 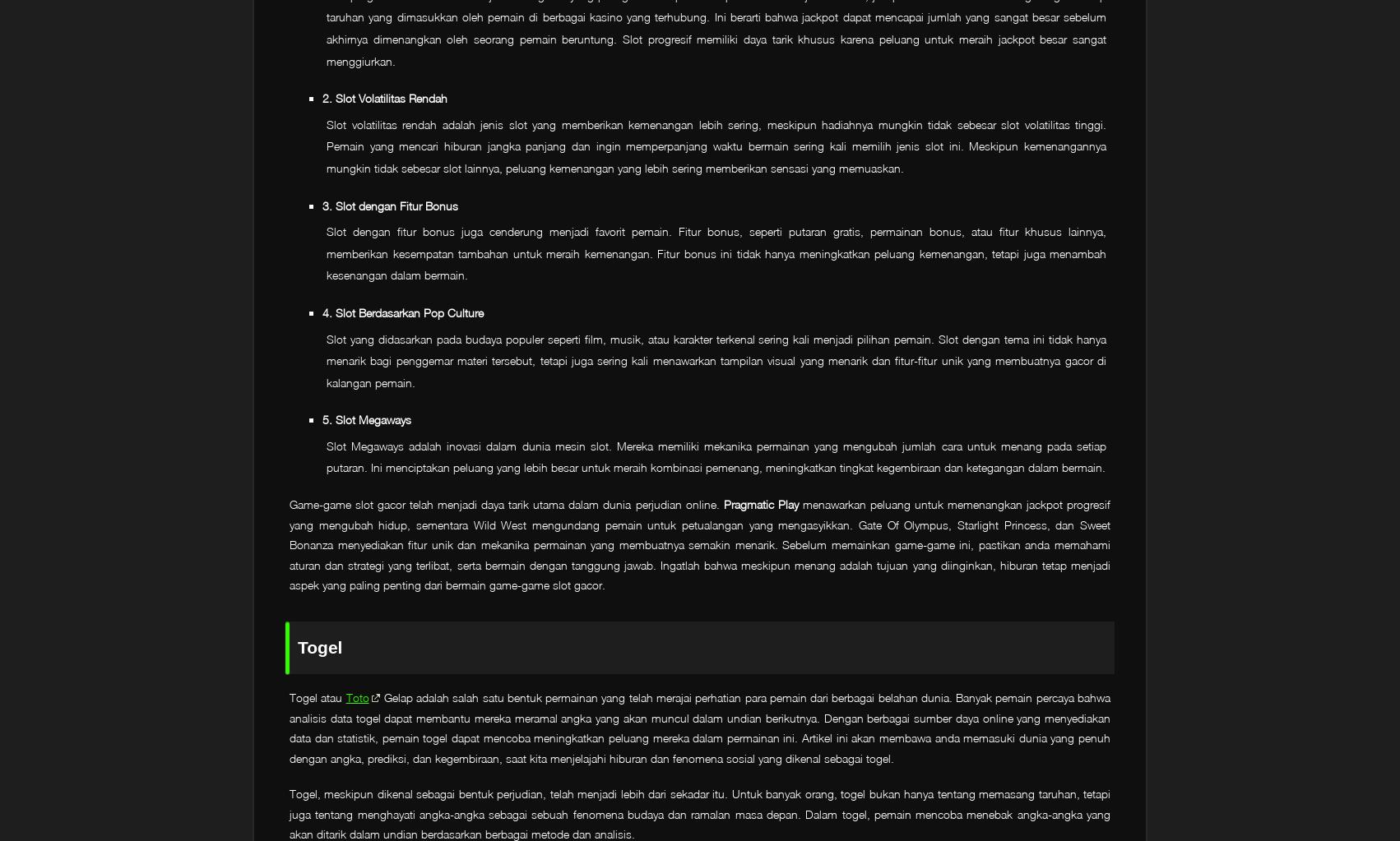 I want to click on 'Game-game slot gacor telah menjadi daya tarik utama dalam dunia perjudian online.', so click(x=506, y=503).